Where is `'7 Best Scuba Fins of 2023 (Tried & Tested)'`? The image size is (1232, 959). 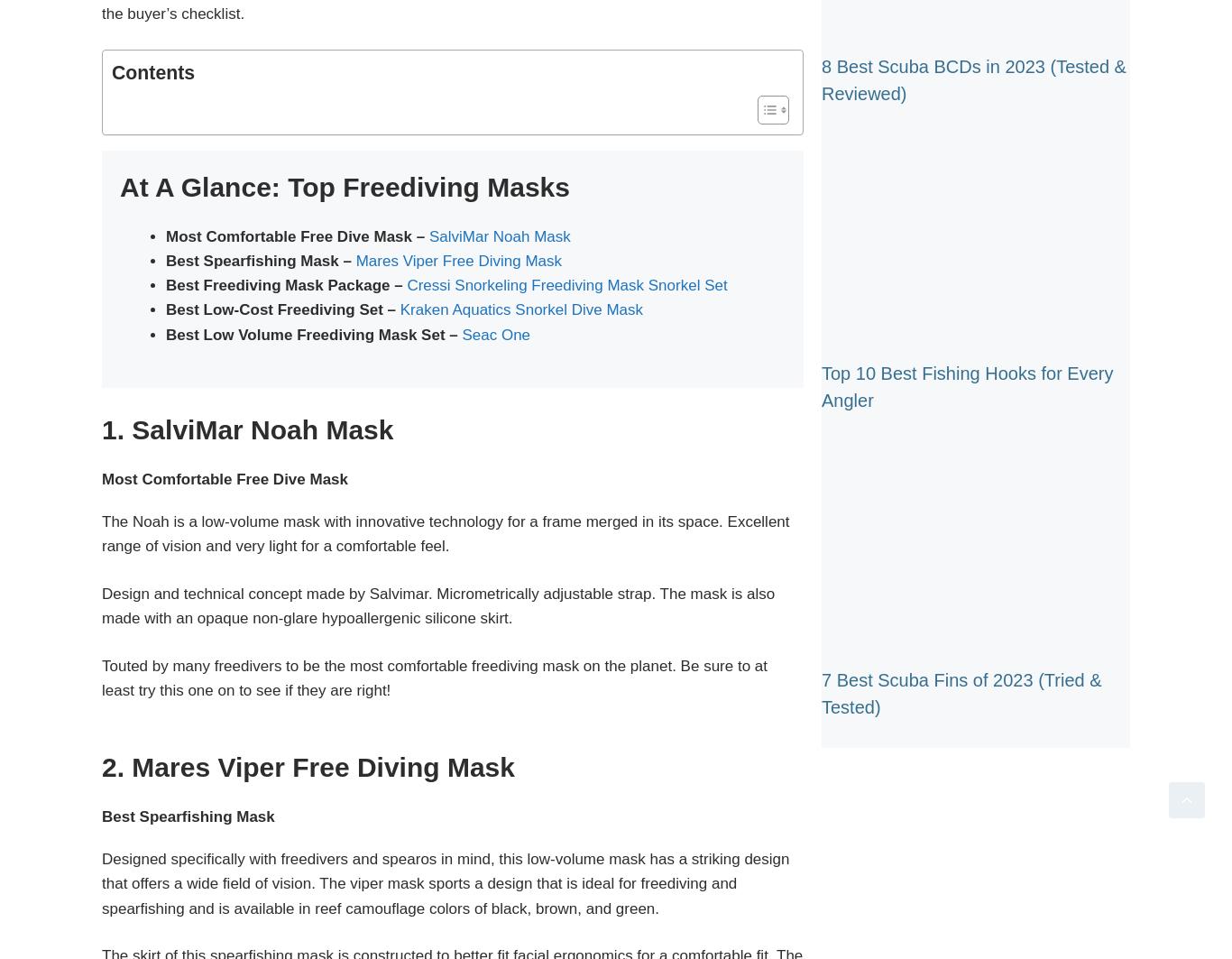
'7 Best Scuba Fins of 2023 (Tried & Tested)' is located at coordinates (961, 692).